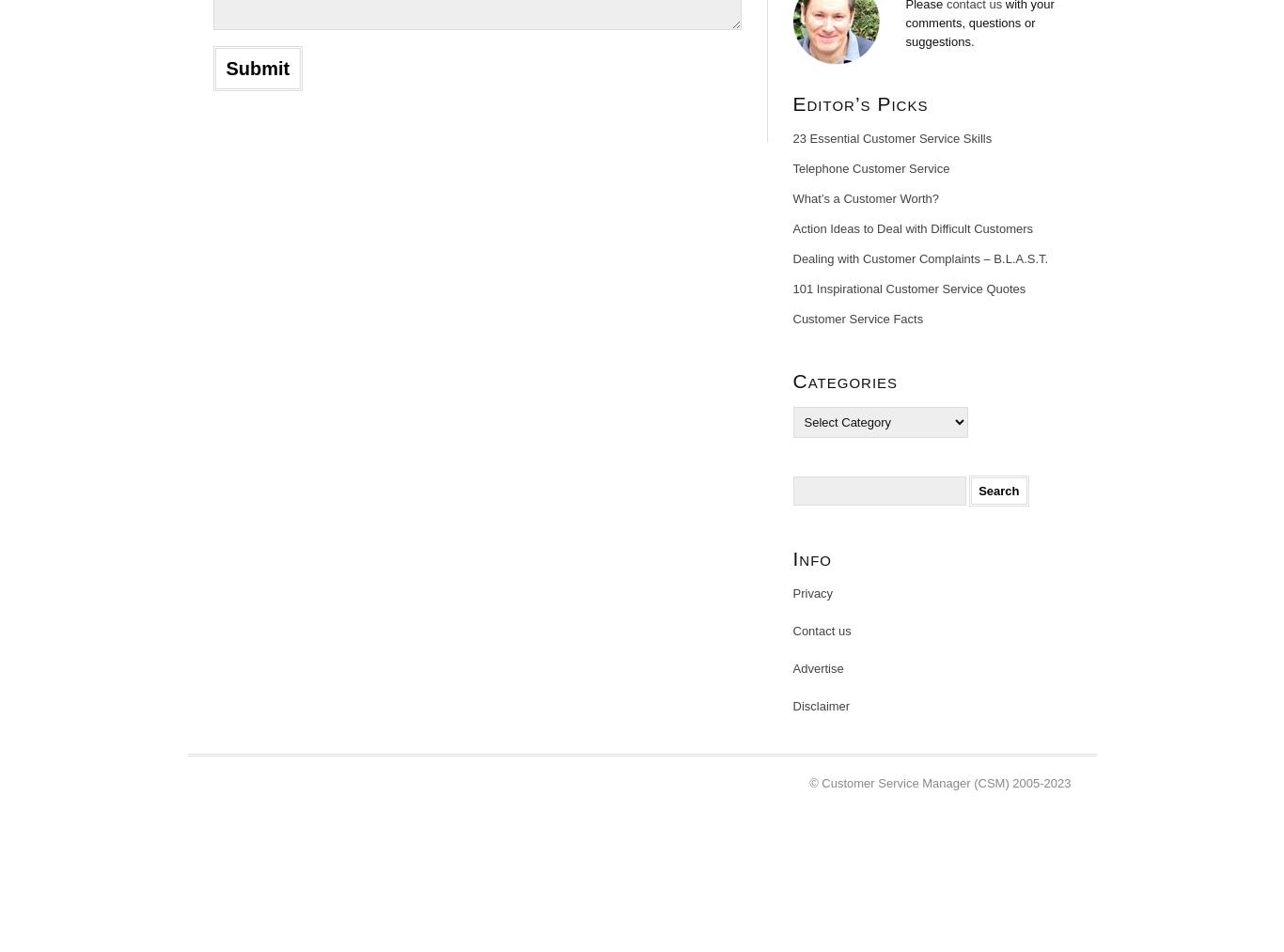 The width and height of the screenshot is (1284, 952). I want to click on 'Action Ideas to Deal with Difficult Customers', so click(912, 227).